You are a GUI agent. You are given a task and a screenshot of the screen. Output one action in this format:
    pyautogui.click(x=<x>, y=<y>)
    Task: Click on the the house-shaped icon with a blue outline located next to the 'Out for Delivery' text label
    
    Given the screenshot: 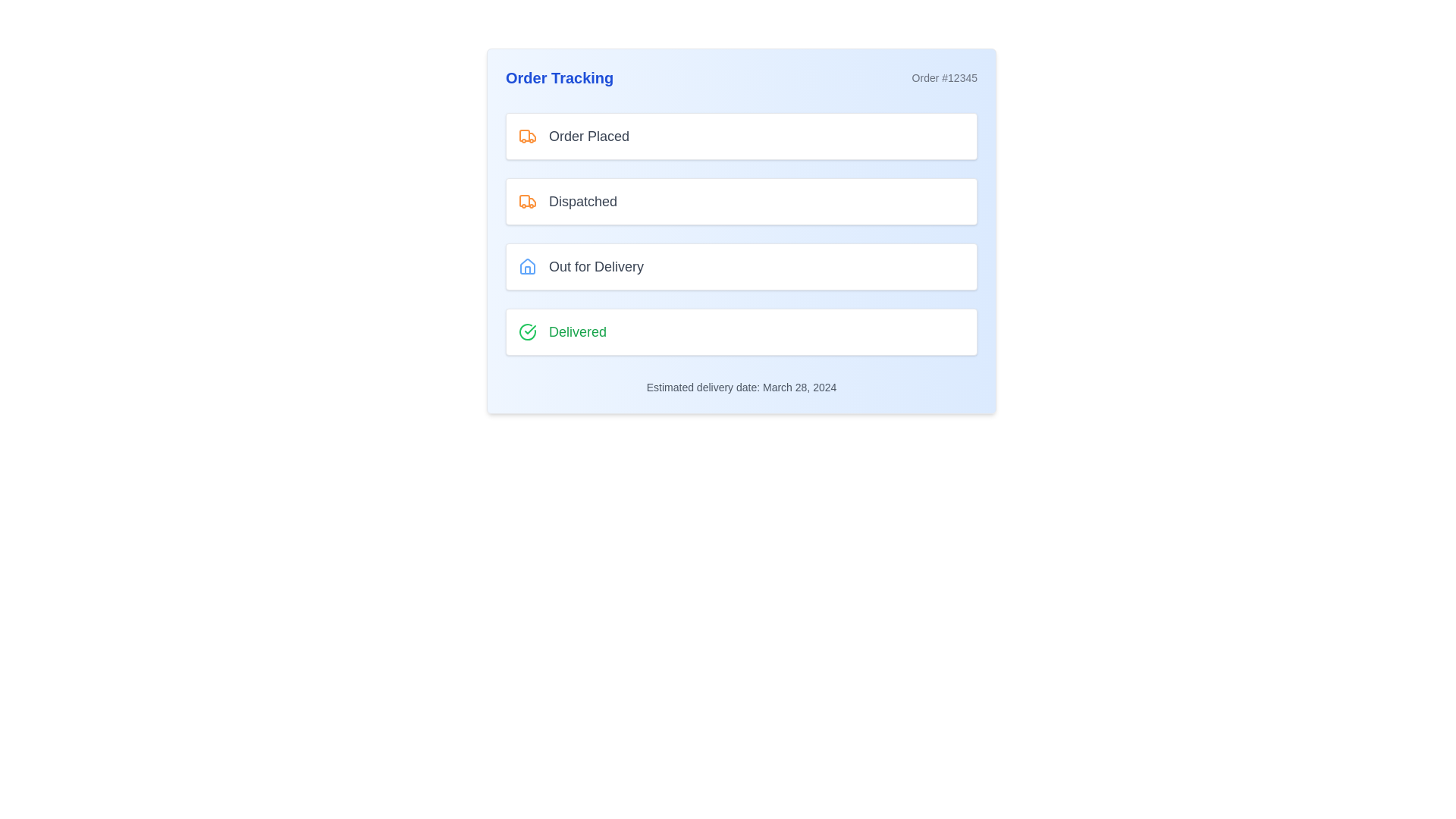 What is the action you would take?
    pyautogui.click(x=528, y=265)
    